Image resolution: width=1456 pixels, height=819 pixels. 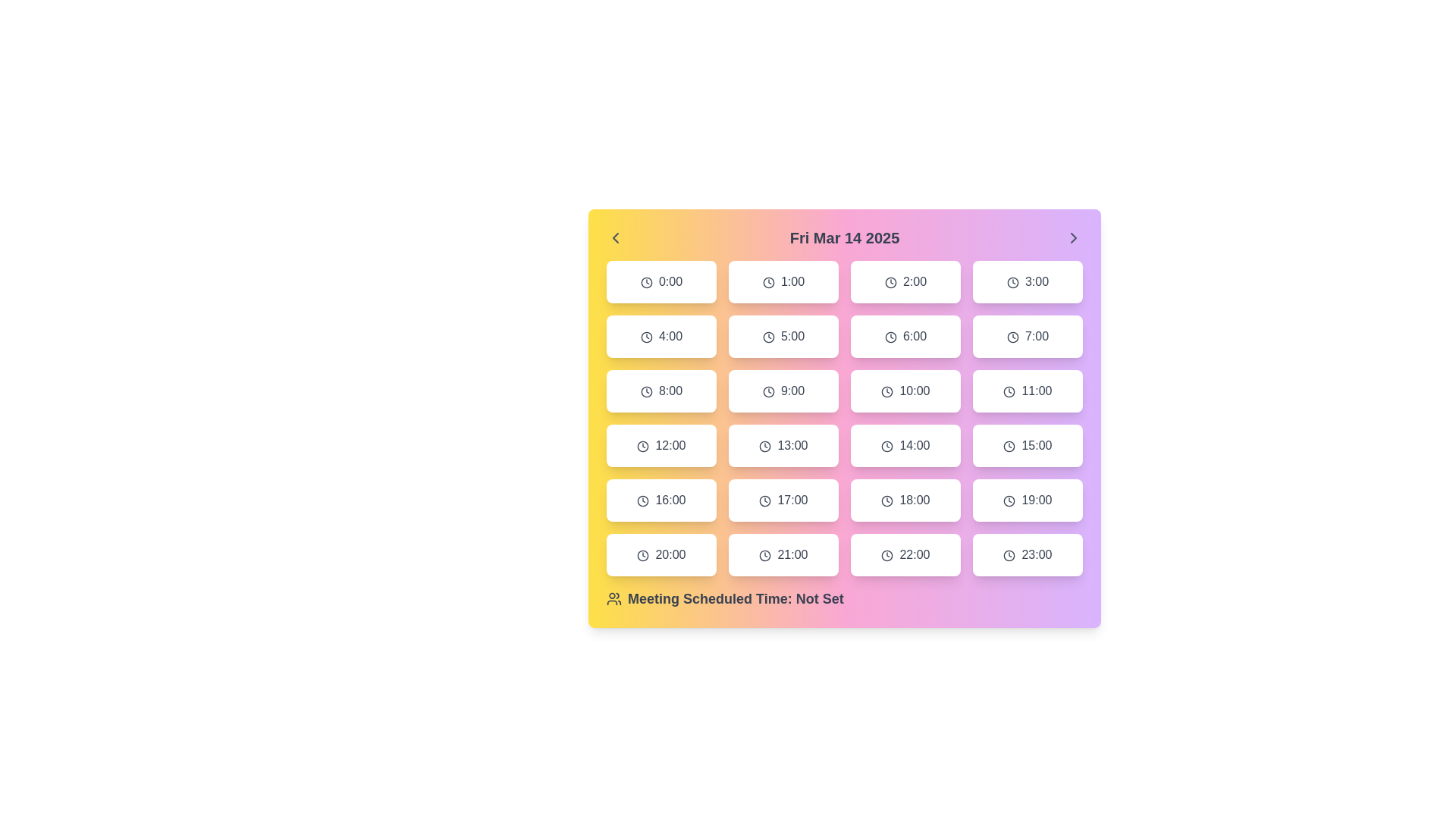 I want to click on the small clock icon located within the button marked '21:00', which is part of a grid layout of buttons representing time slots, so click(x=765, y=555).